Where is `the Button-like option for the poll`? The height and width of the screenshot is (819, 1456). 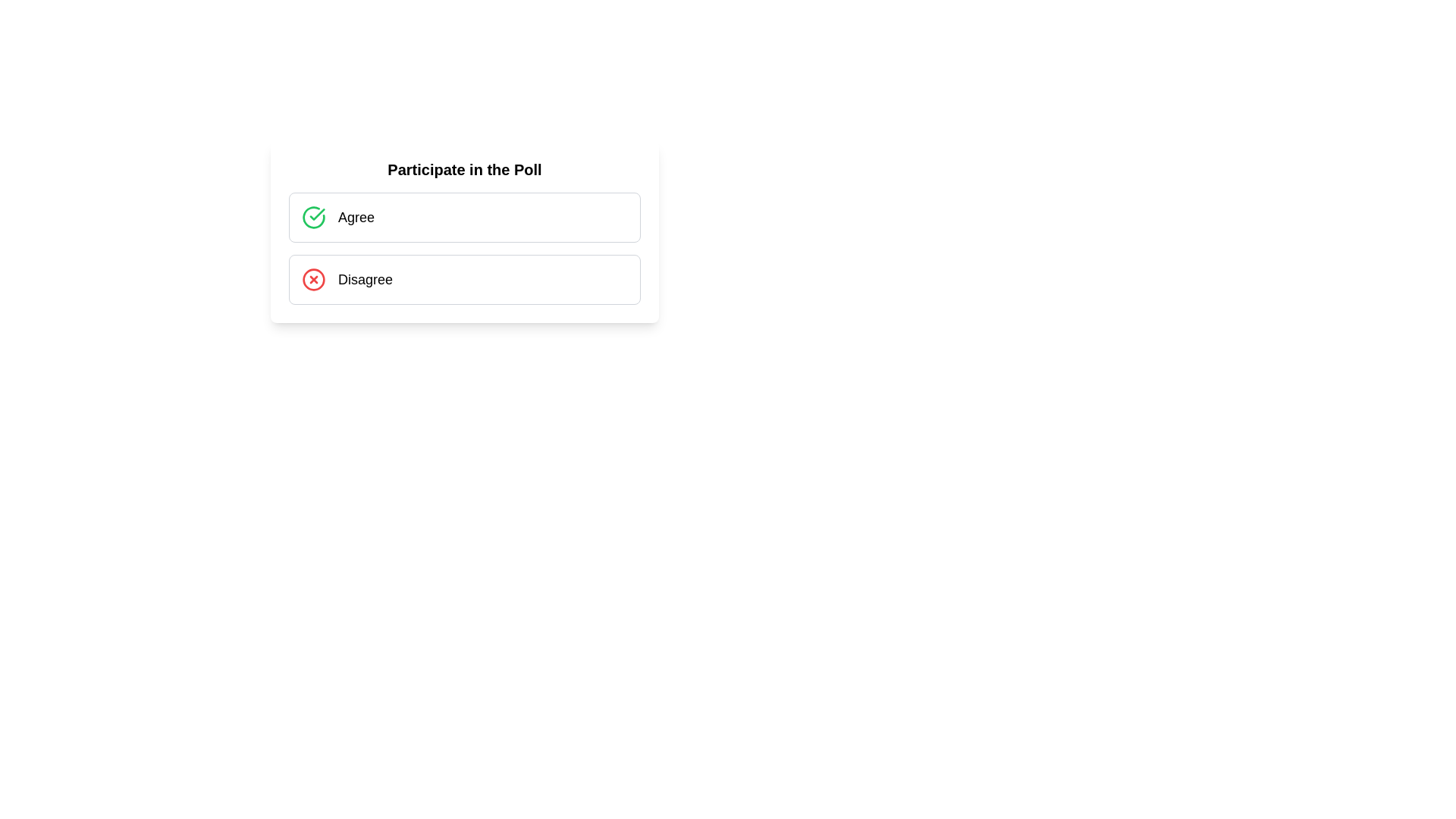 the Button-like option for the poll is located at coordinates (337, 217).